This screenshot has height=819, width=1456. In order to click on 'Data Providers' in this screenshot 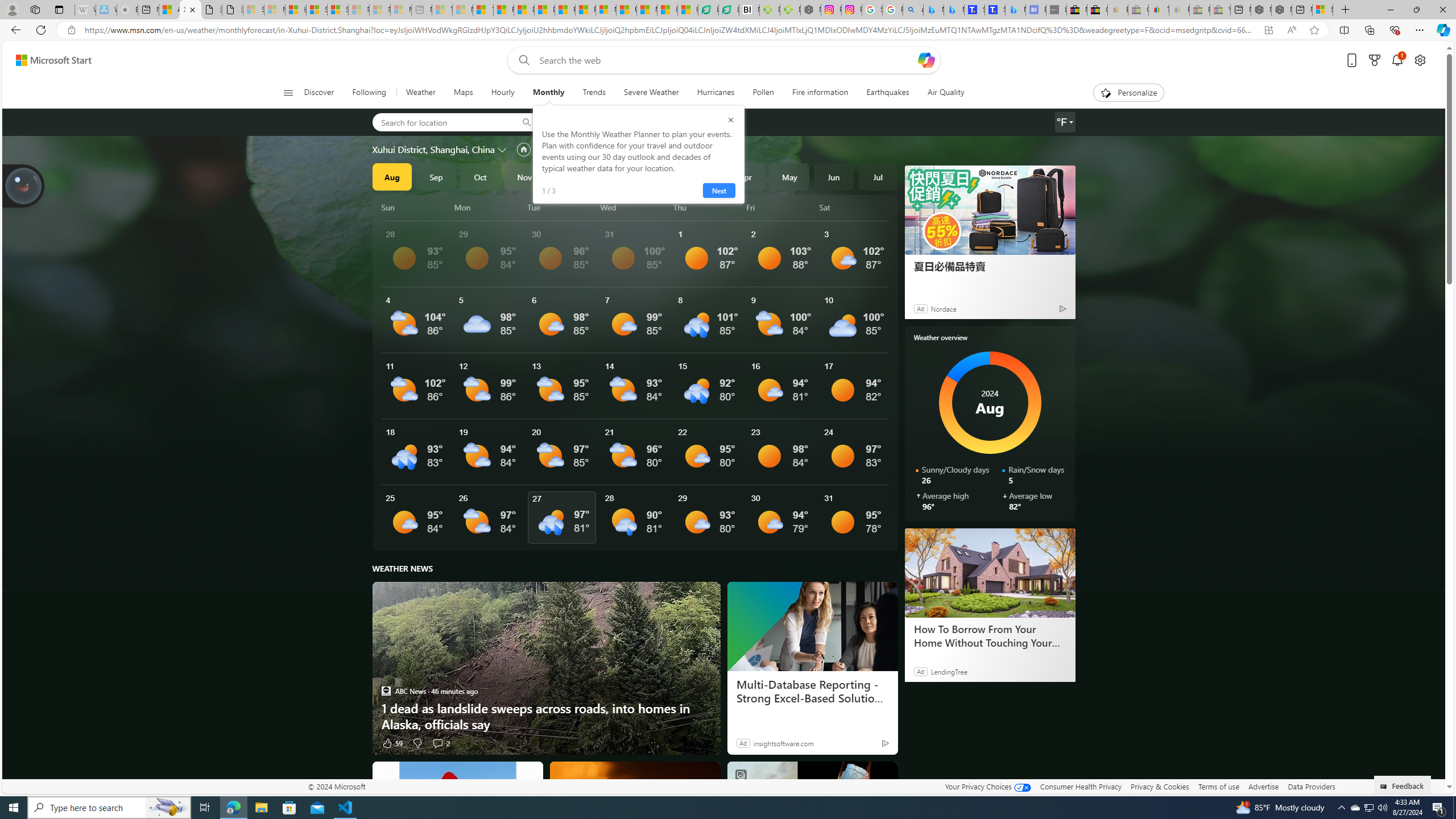, I will do `click(1310, 786)`.